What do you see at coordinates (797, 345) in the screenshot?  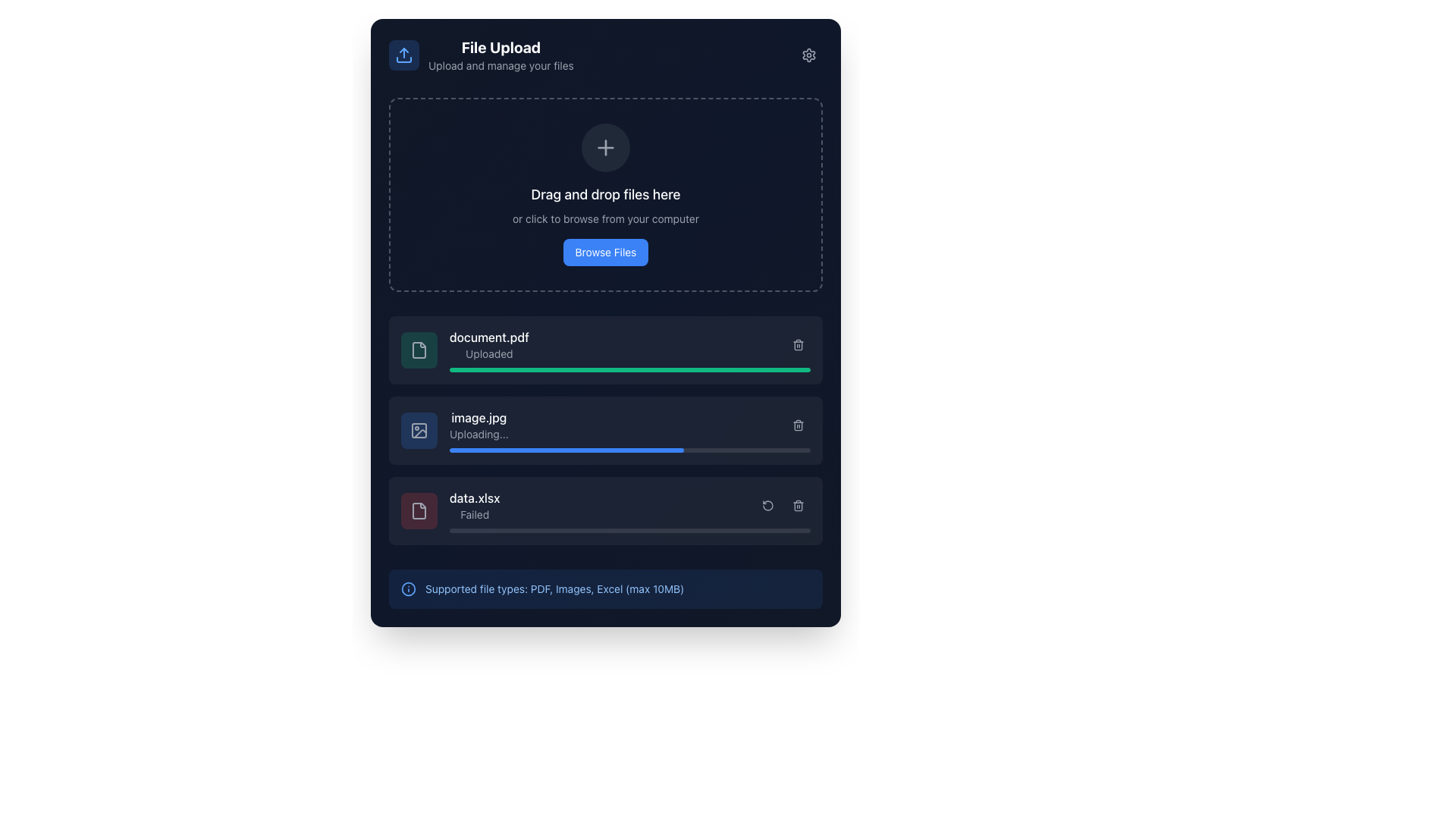 I see `the delete button icon located at the far-right side of the row associated with the 'document.pdf' file to observe any effects` at bounding box center [797, 345].